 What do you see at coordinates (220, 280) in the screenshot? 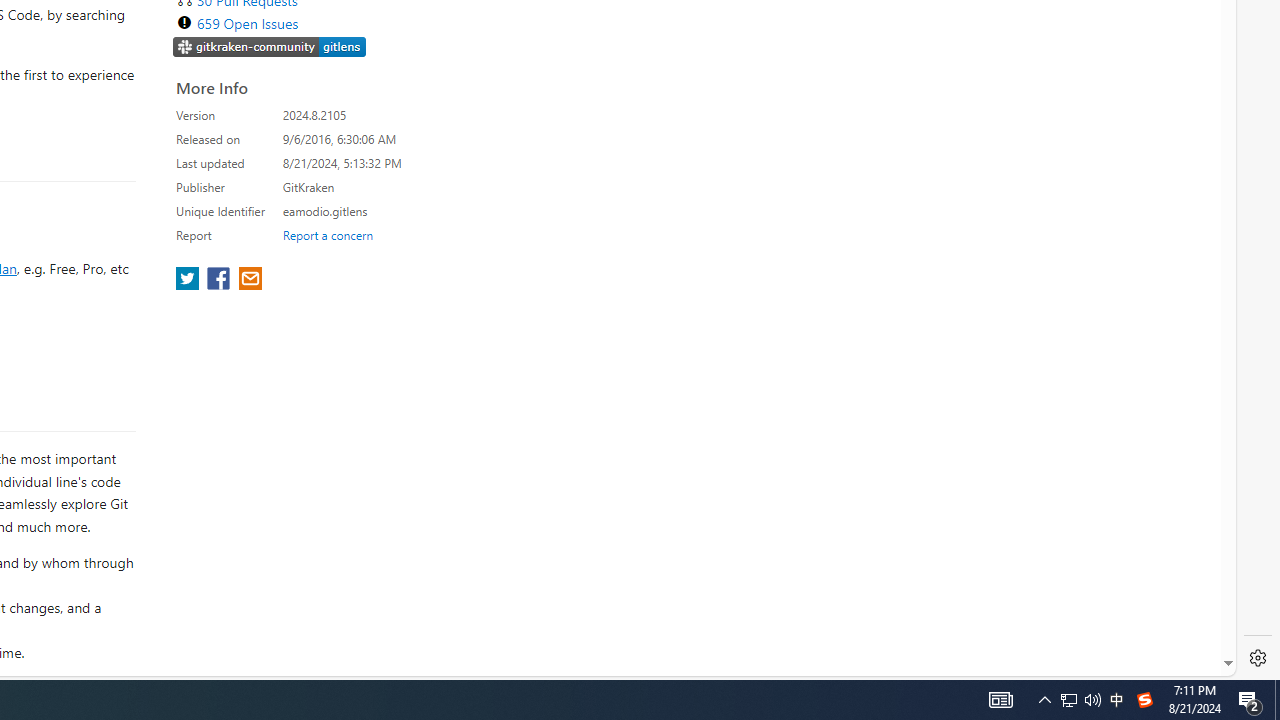
I see `'share extension on facebook'` at bounding box center [220, 280].